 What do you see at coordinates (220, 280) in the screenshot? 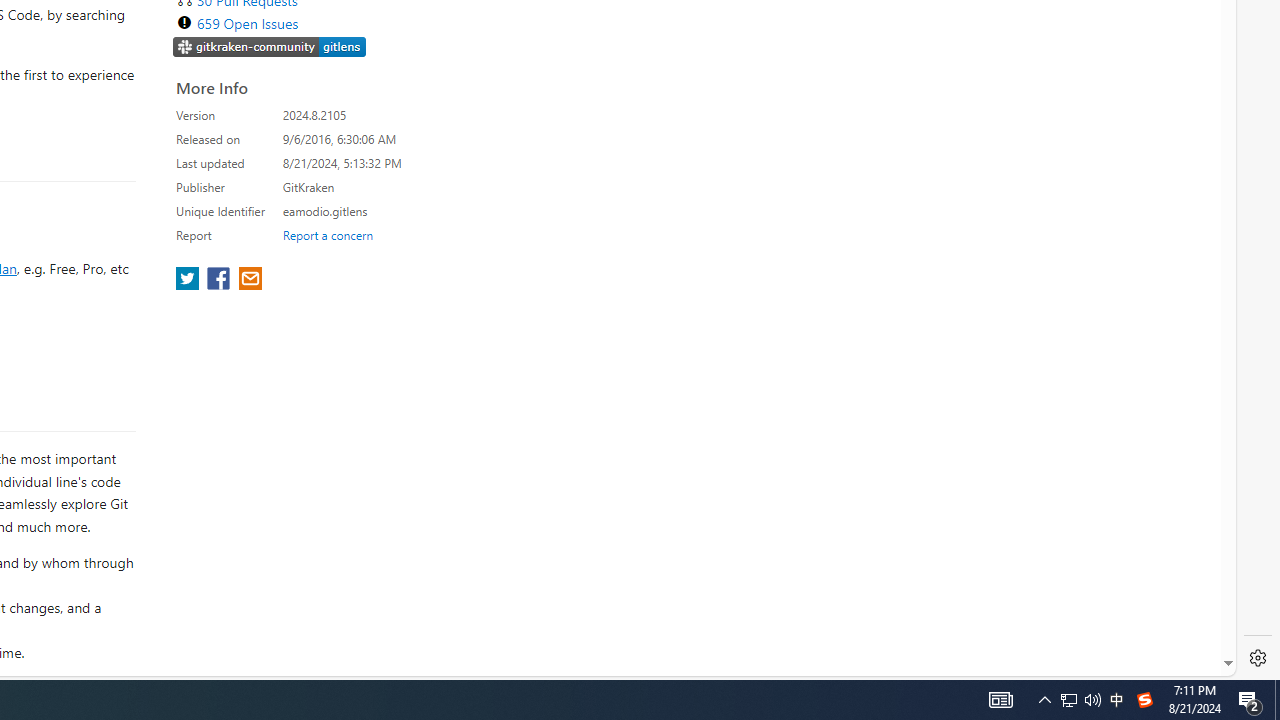
I see `'share extension on facebook'` at bounding box center [220, 280].